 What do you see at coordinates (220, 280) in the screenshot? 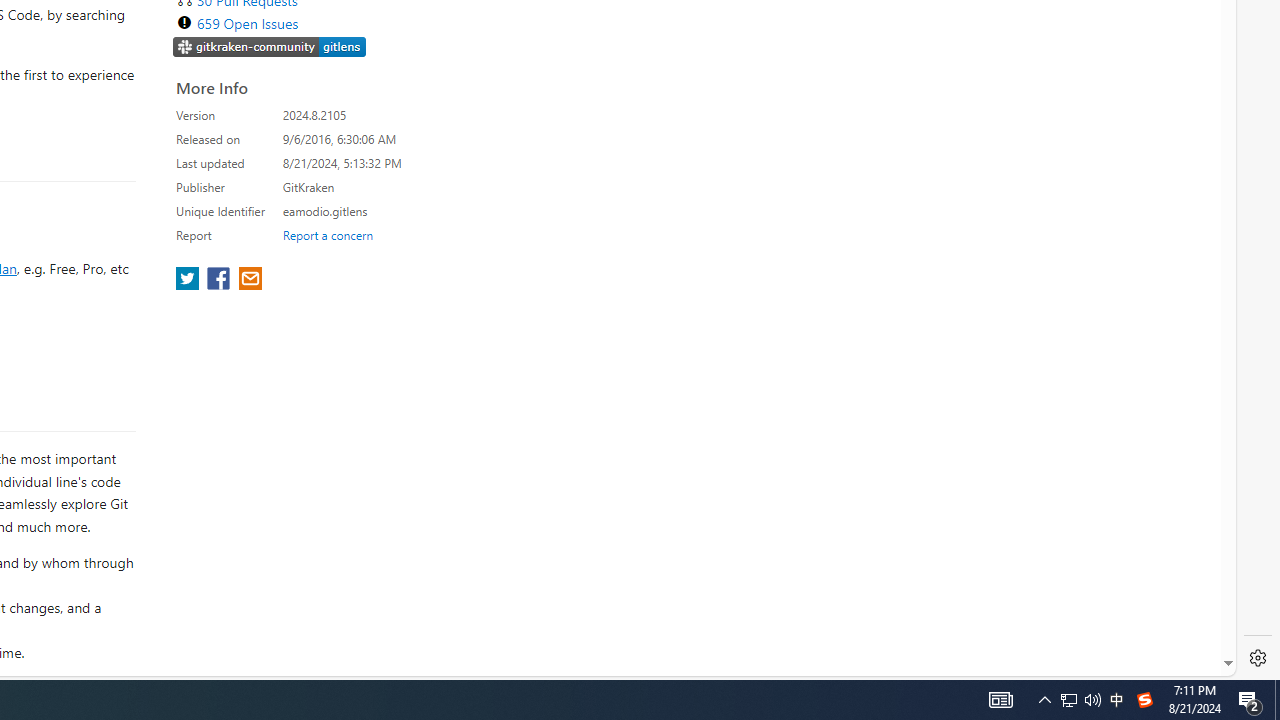
I see `'share extension on facebook'` at bounding box center [220, 280].